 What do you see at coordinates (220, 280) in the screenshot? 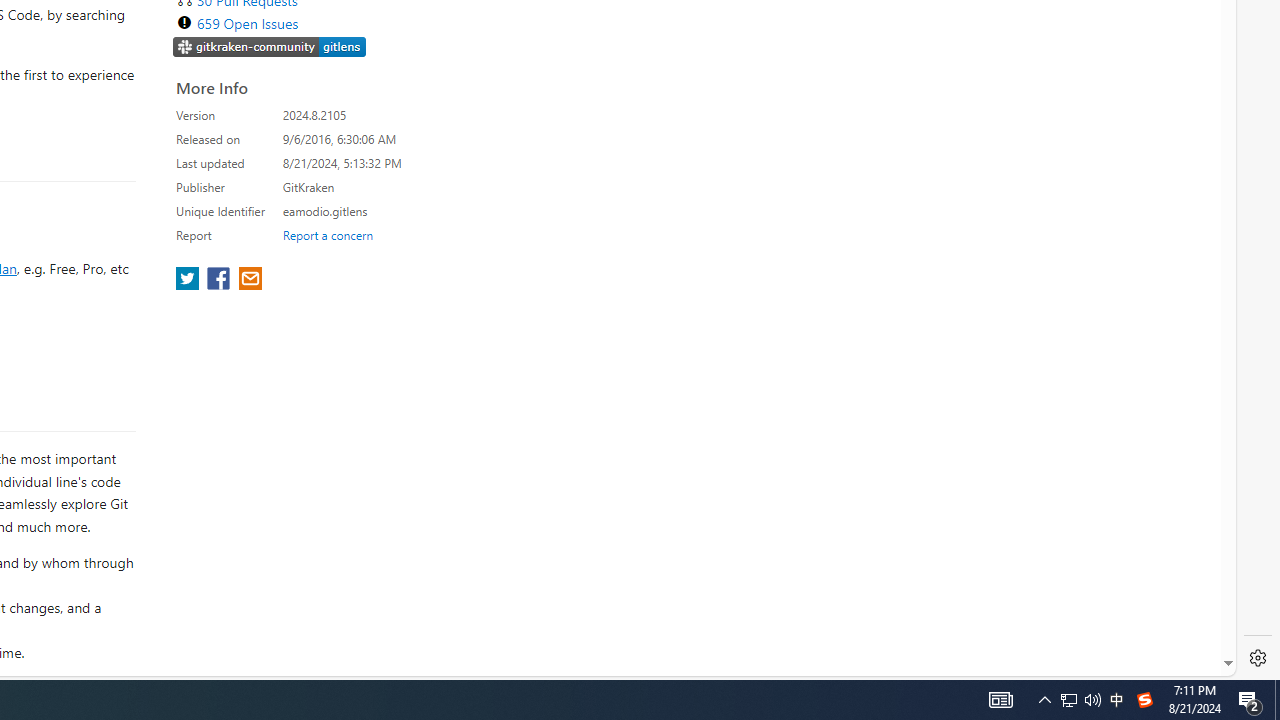
I see `'share extension on facebook'` at bounding box center [220, 280].